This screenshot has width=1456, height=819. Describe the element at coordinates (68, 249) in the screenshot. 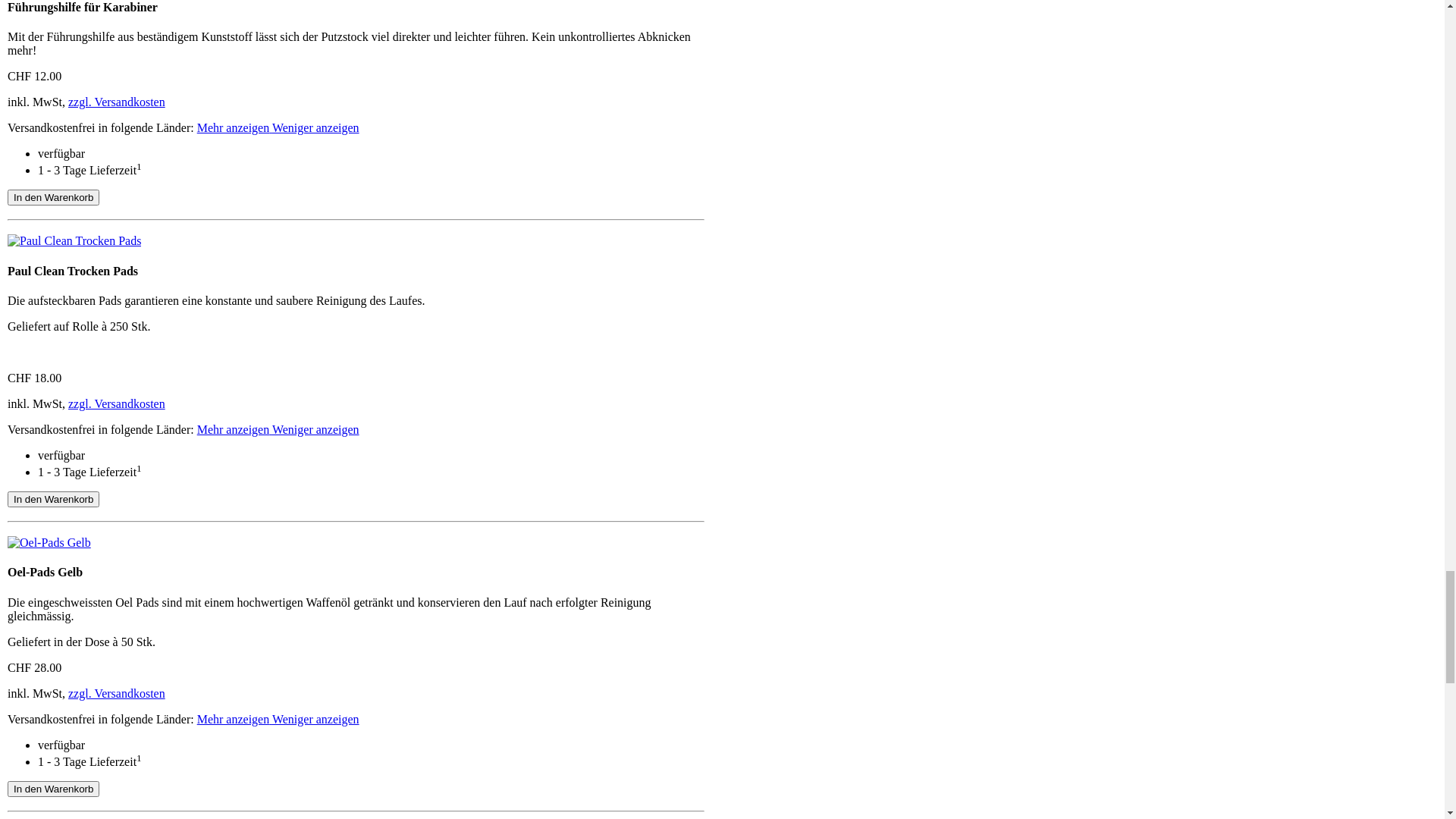

I see `'Verkaufspartner'` at that location.